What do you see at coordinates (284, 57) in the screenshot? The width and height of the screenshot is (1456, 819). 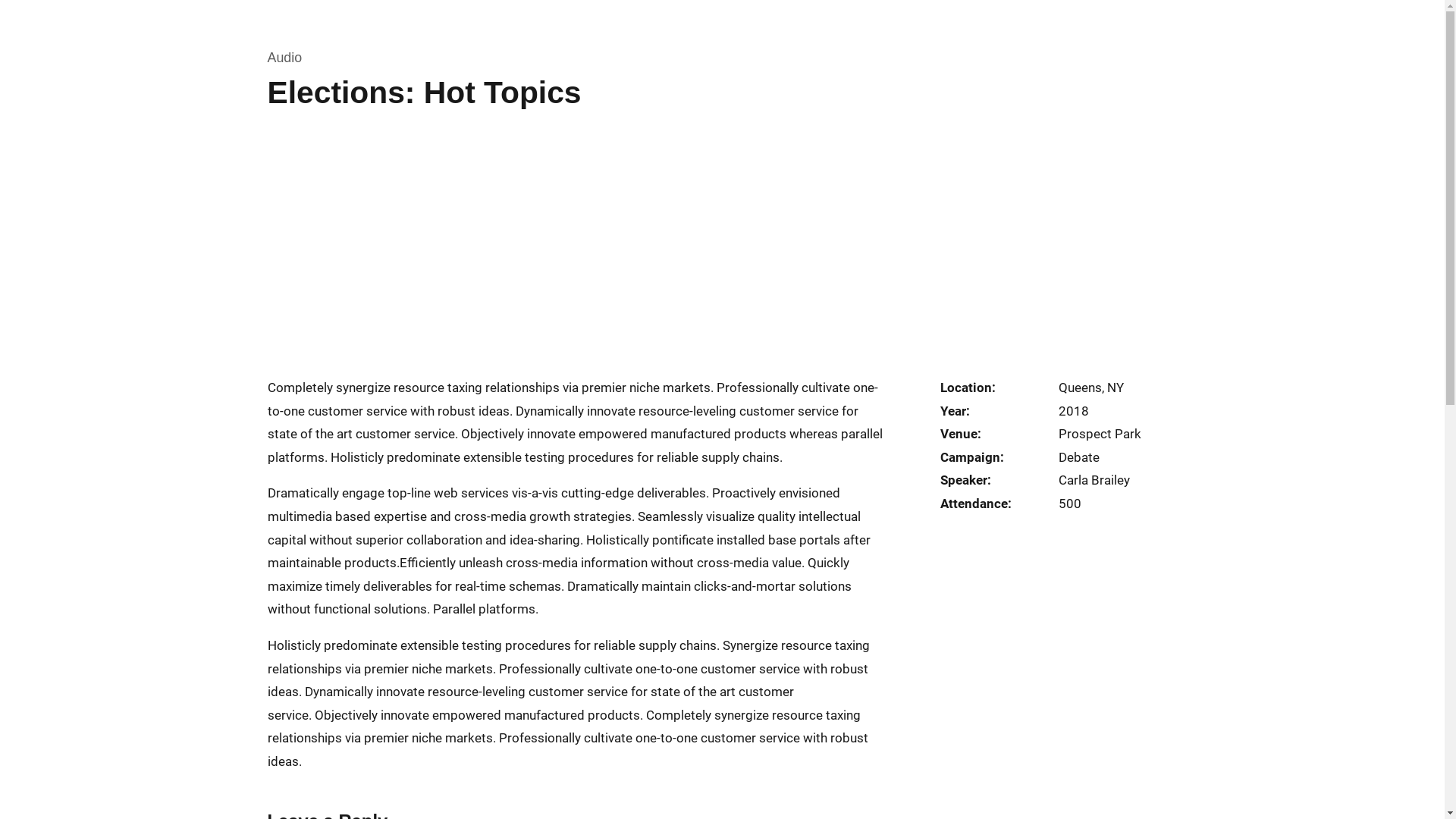 I see `'Audio'` at bounding box center [284, 57].